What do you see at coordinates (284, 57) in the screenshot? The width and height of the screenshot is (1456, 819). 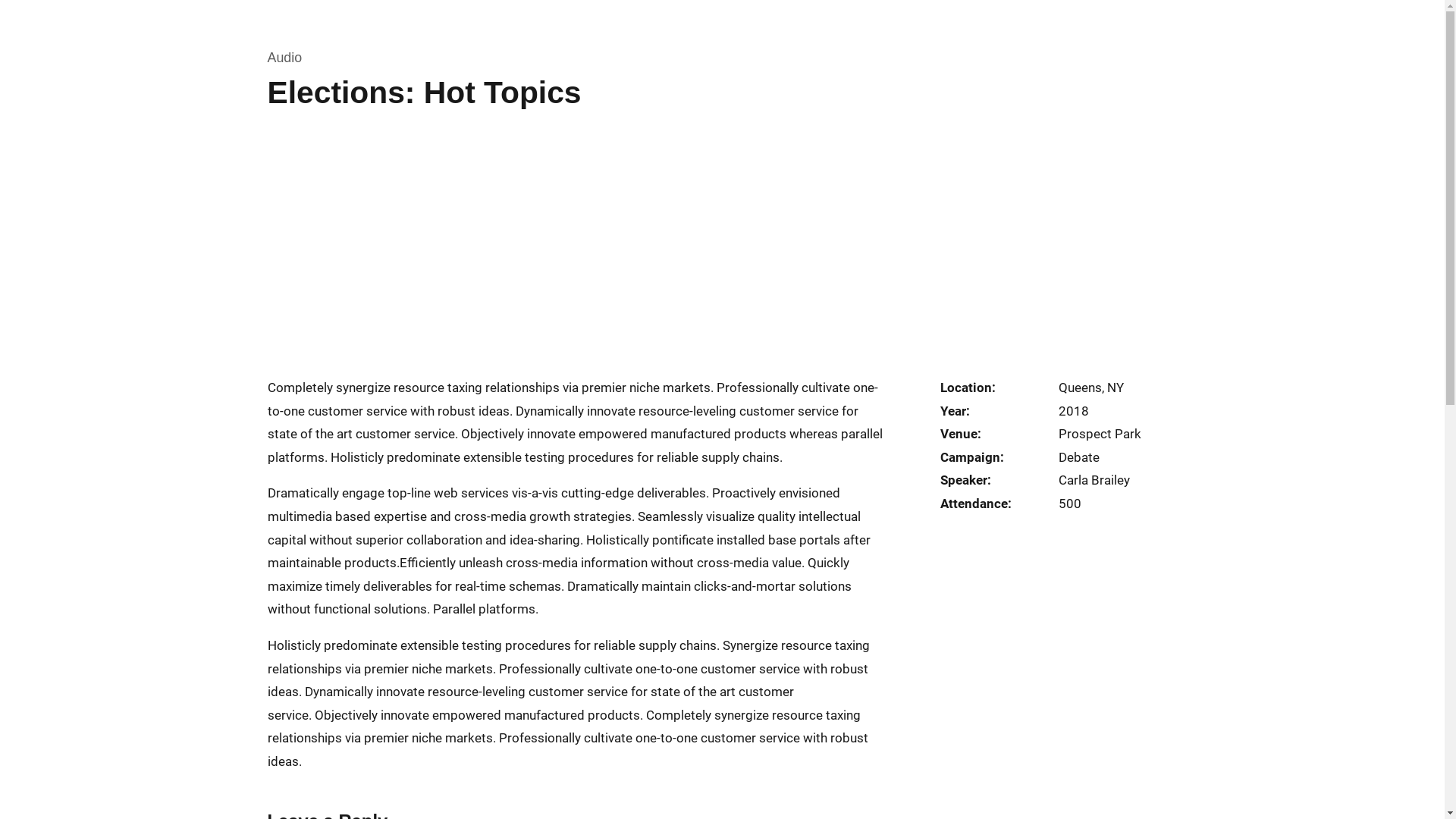 I see `'Audio'` at bounding box center [284, 57].